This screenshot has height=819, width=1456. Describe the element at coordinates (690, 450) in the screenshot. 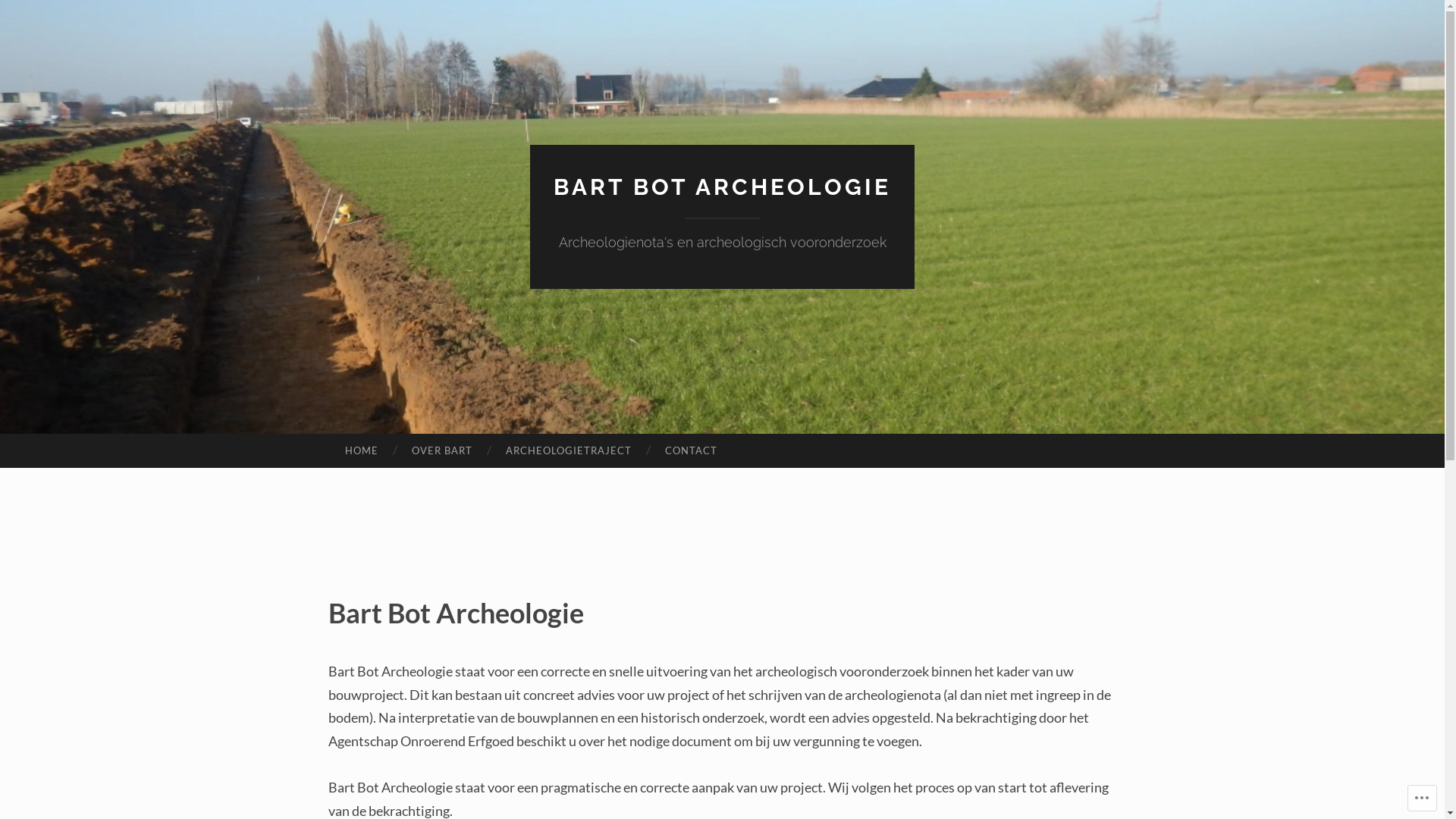

I see `'CONTACT'` at that location.